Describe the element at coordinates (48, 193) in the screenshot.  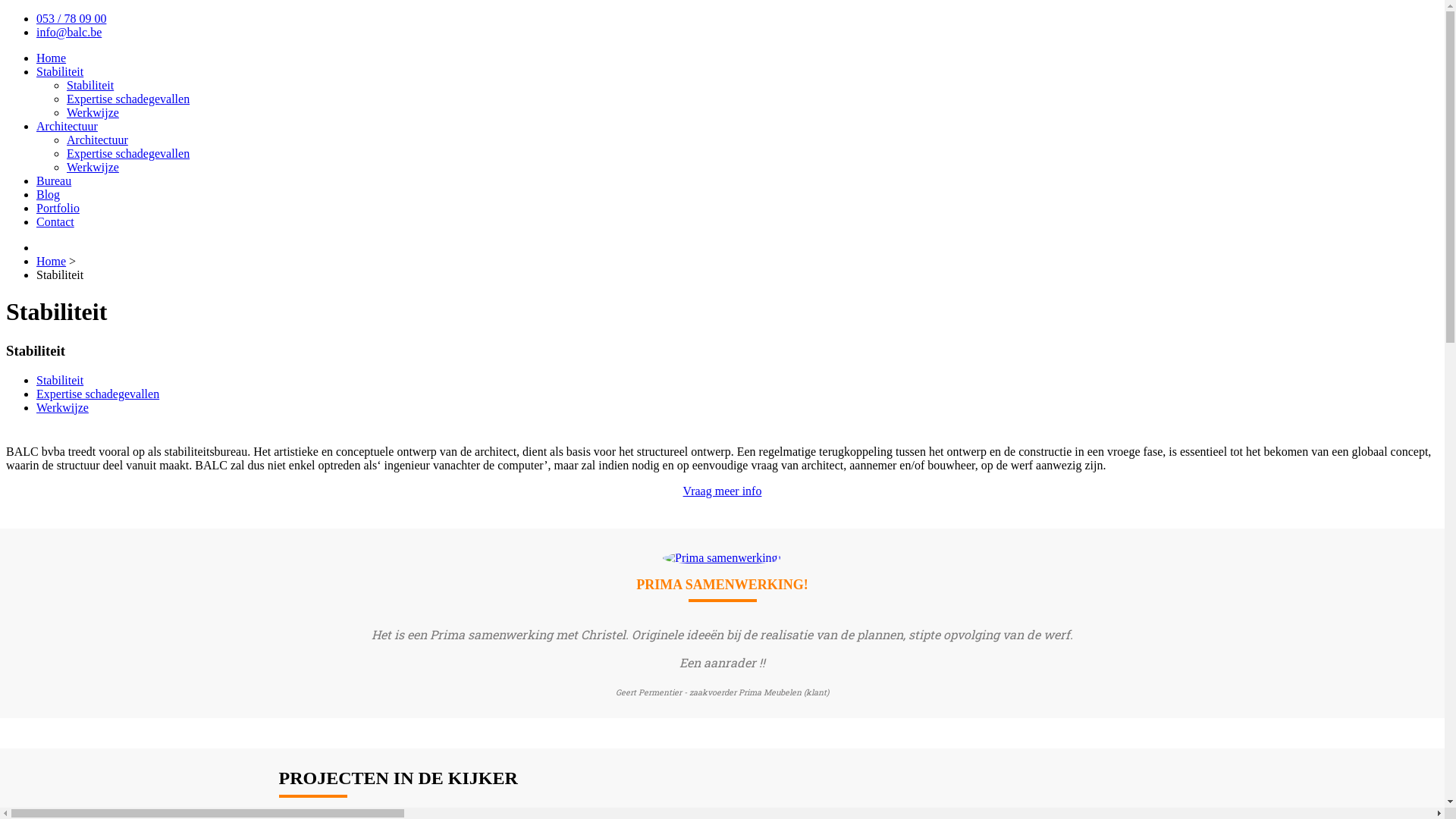
I see `'Blog'` at that location.